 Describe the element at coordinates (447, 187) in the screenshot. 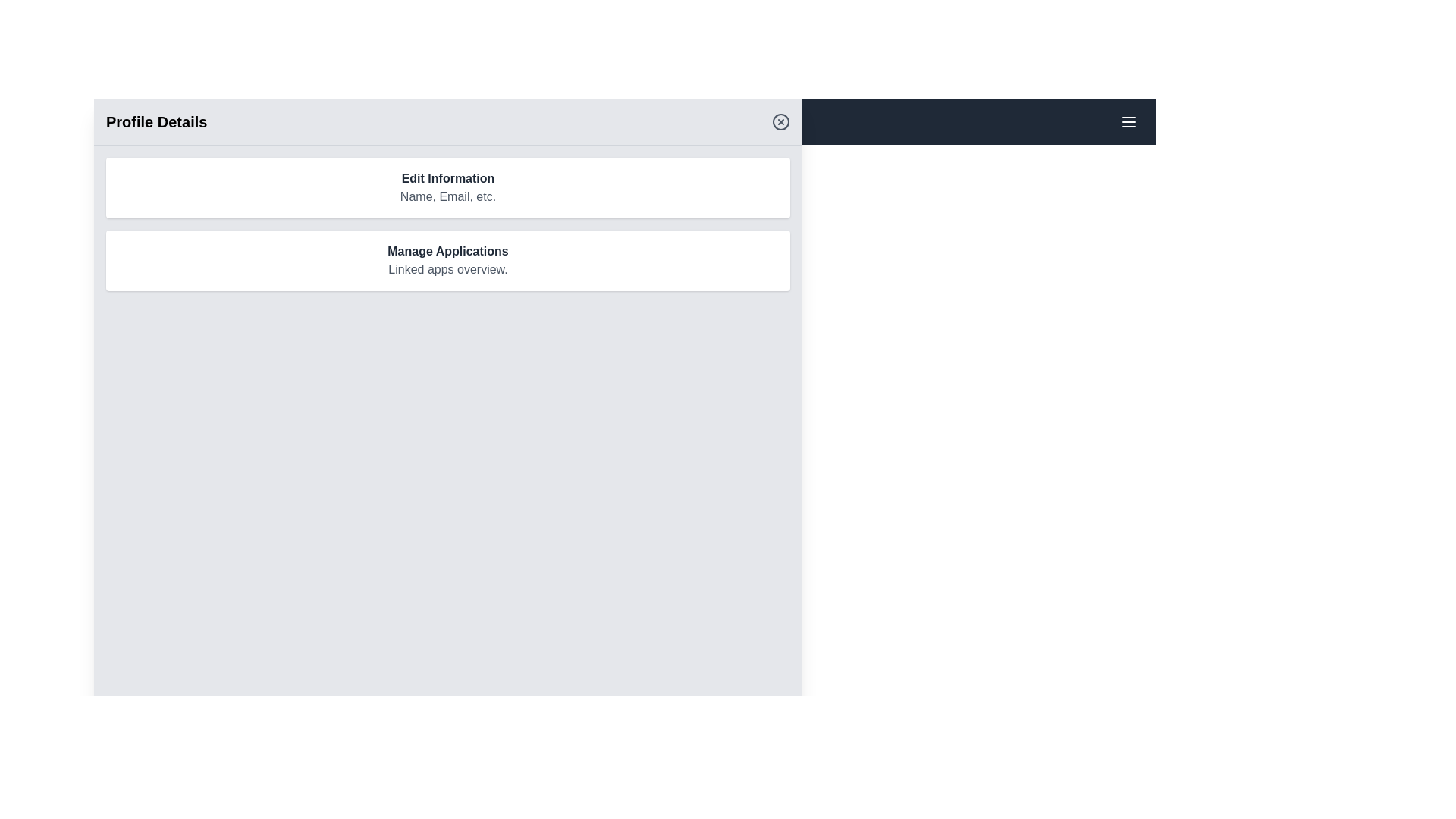

I see `the Information Card that displays 'Edit Information' in bold dark gray and contains 'Name, Email, etc.' below it` at that location.